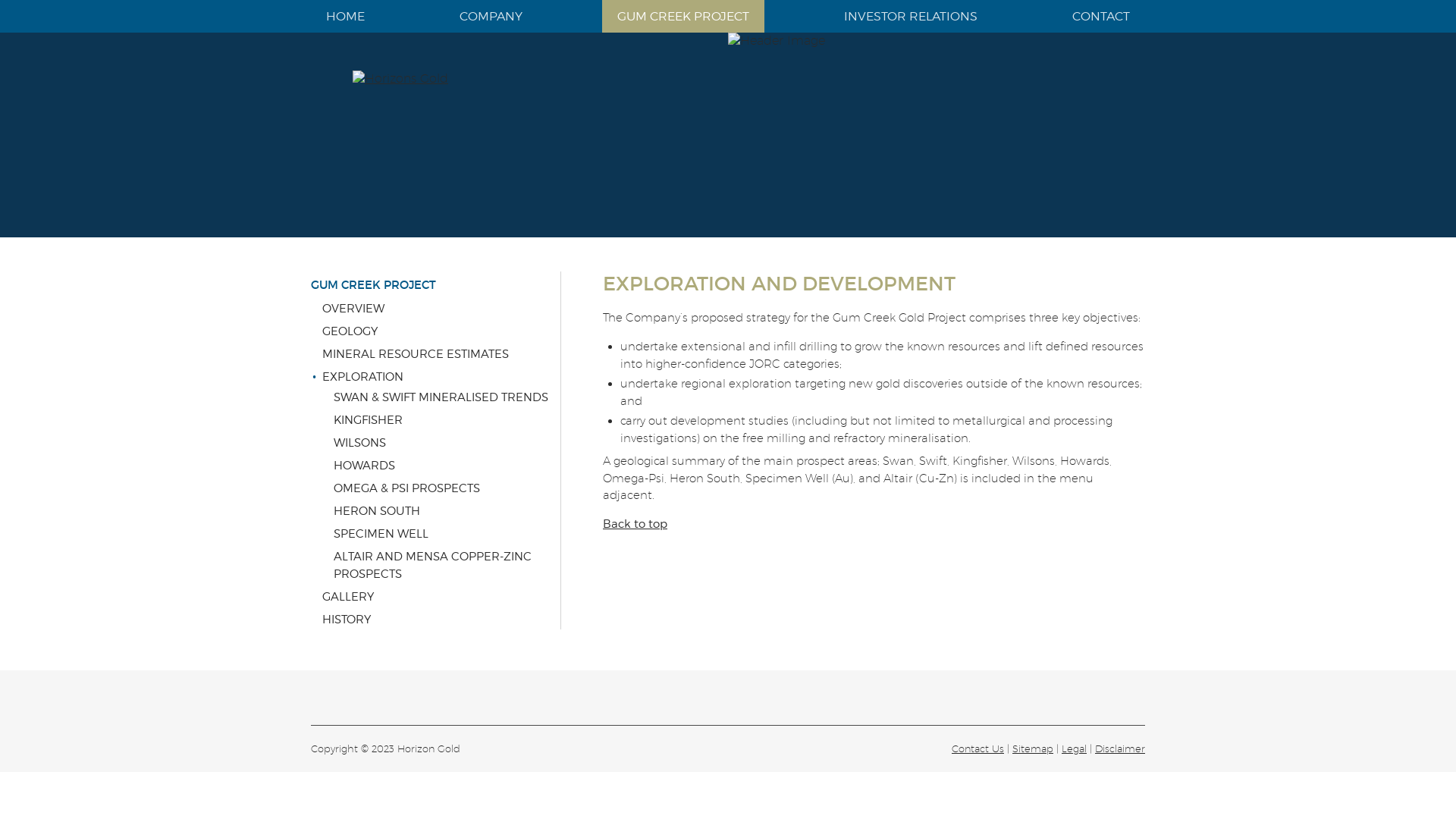 The height and width of the screenshot is (819, 1456). What do you see at coordinates (910, 16) in the screenshot?
I see `'INVESTOR RELATIONS'` at bounding box center [910, 16].